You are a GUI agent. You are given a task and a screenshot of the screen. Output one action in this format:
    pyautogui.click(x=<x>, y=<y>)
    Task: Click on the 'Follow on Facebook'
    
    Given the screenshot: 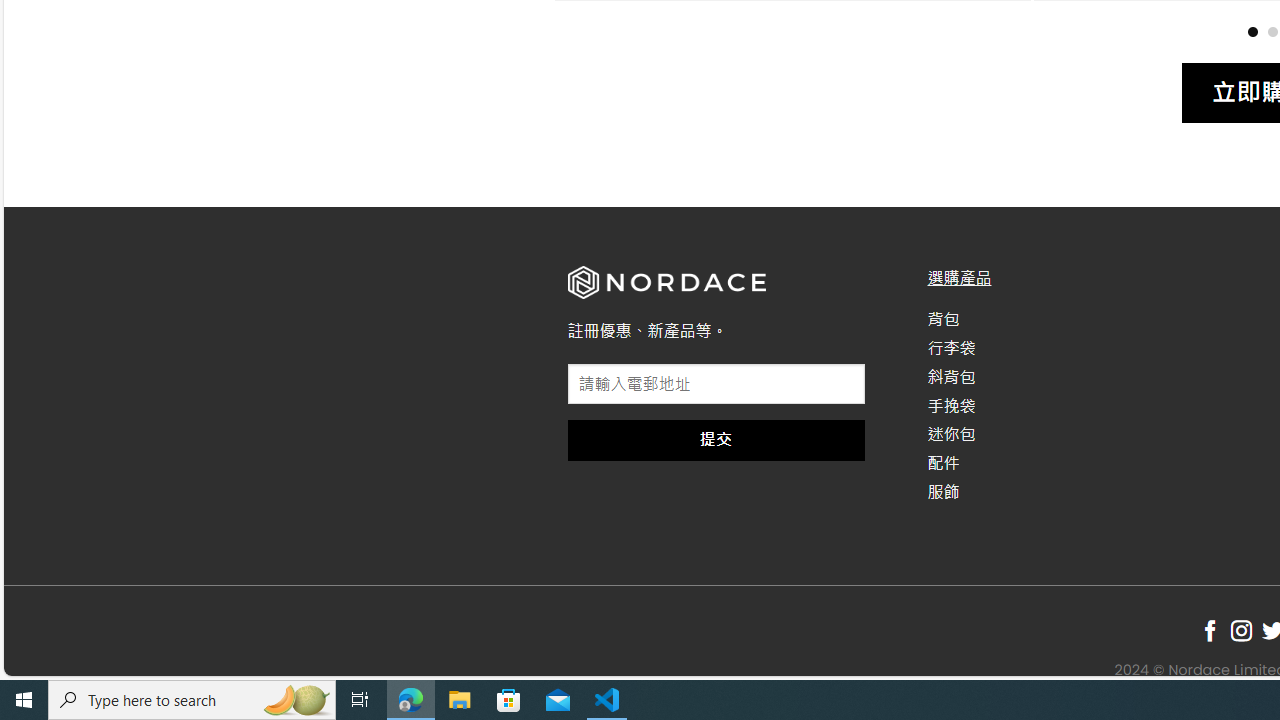 What is the action you would take?
    pyautogui.click(x=1209, y=631)
    